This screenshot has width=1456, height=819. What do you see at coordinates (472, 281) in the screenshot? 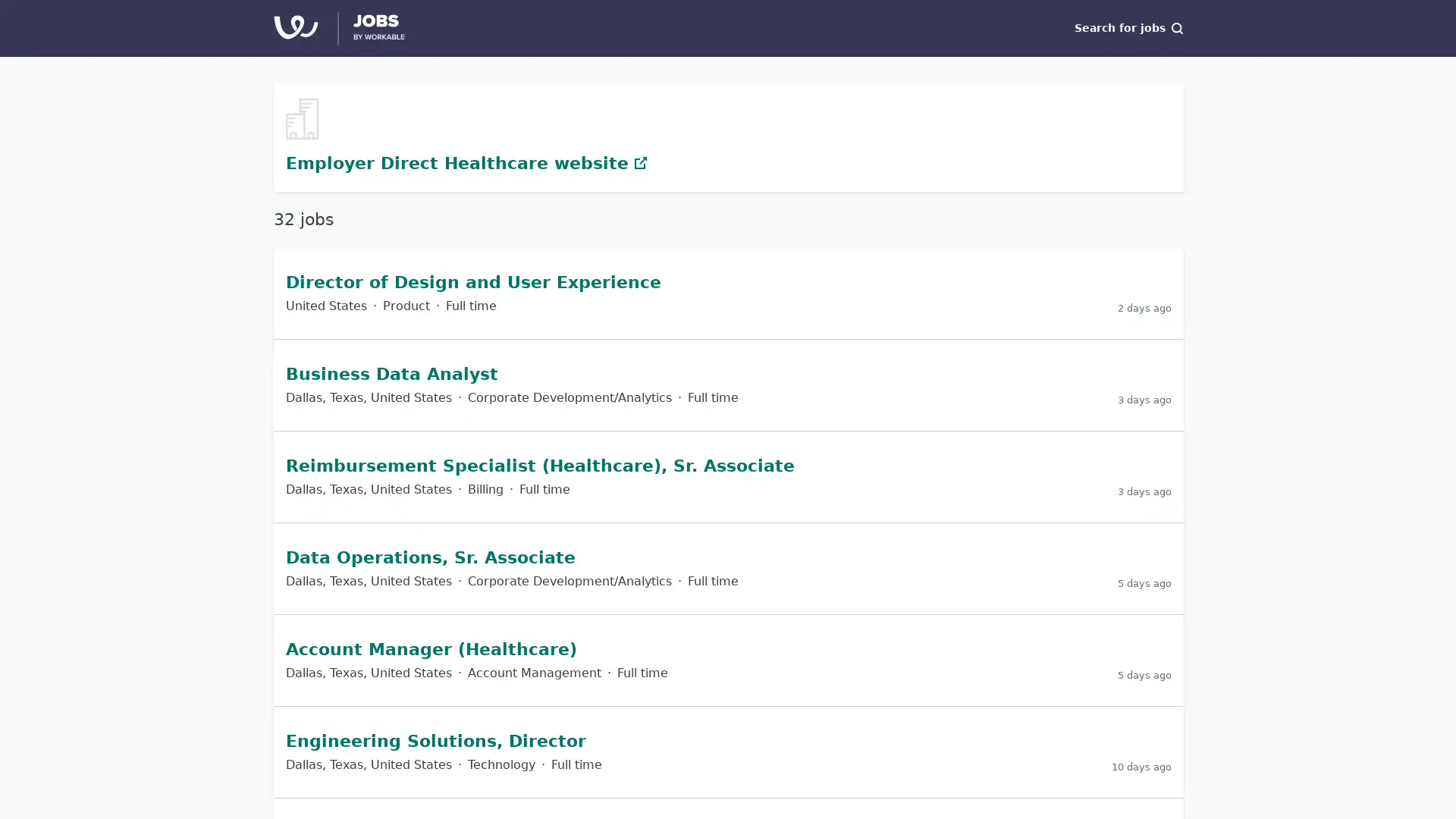
I see `Director of Design and User Experience` at bounding box center [472, 281].